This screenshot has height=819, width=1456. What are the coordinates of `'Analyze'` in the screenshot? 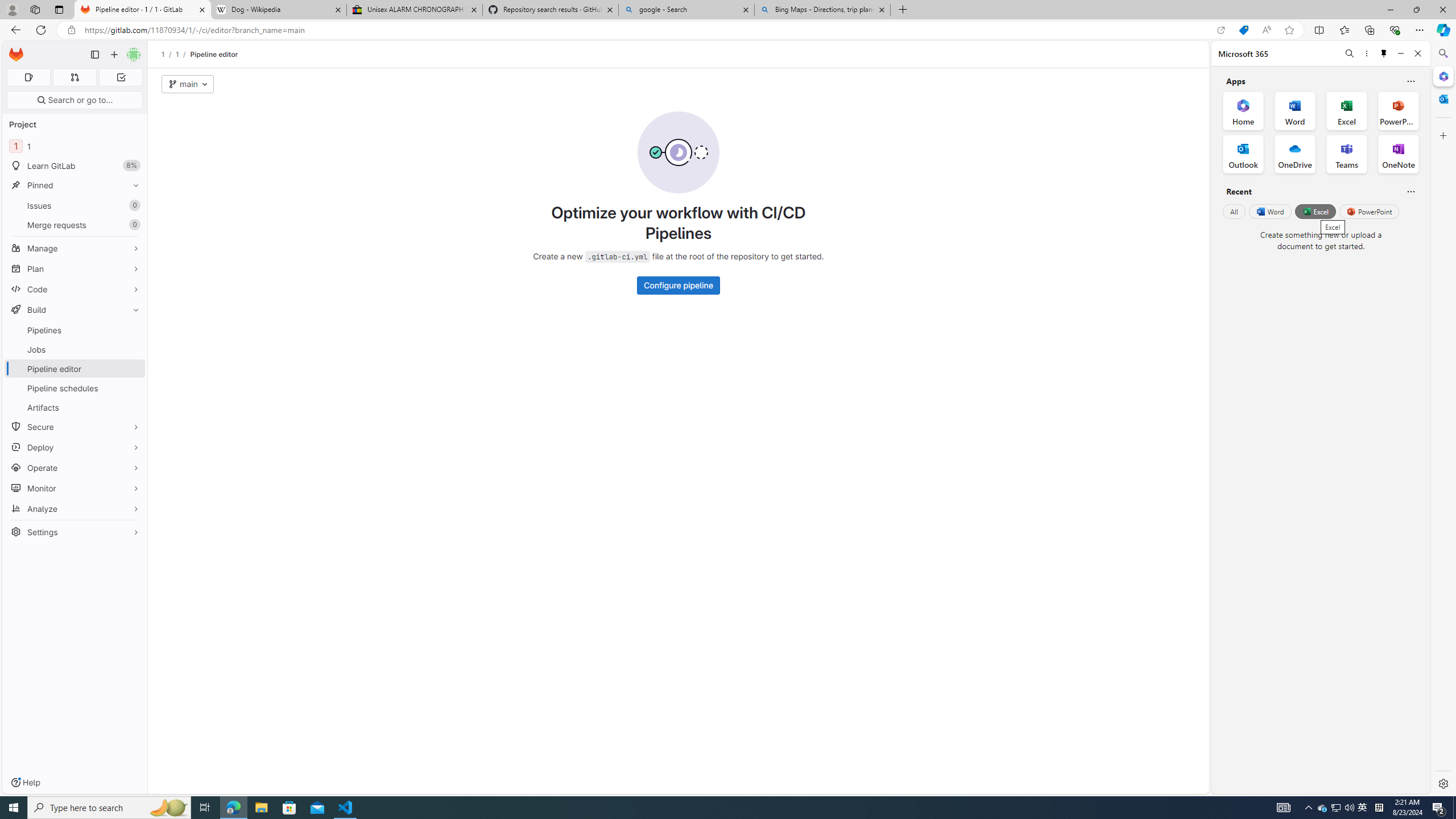 It's located at (74, 508).